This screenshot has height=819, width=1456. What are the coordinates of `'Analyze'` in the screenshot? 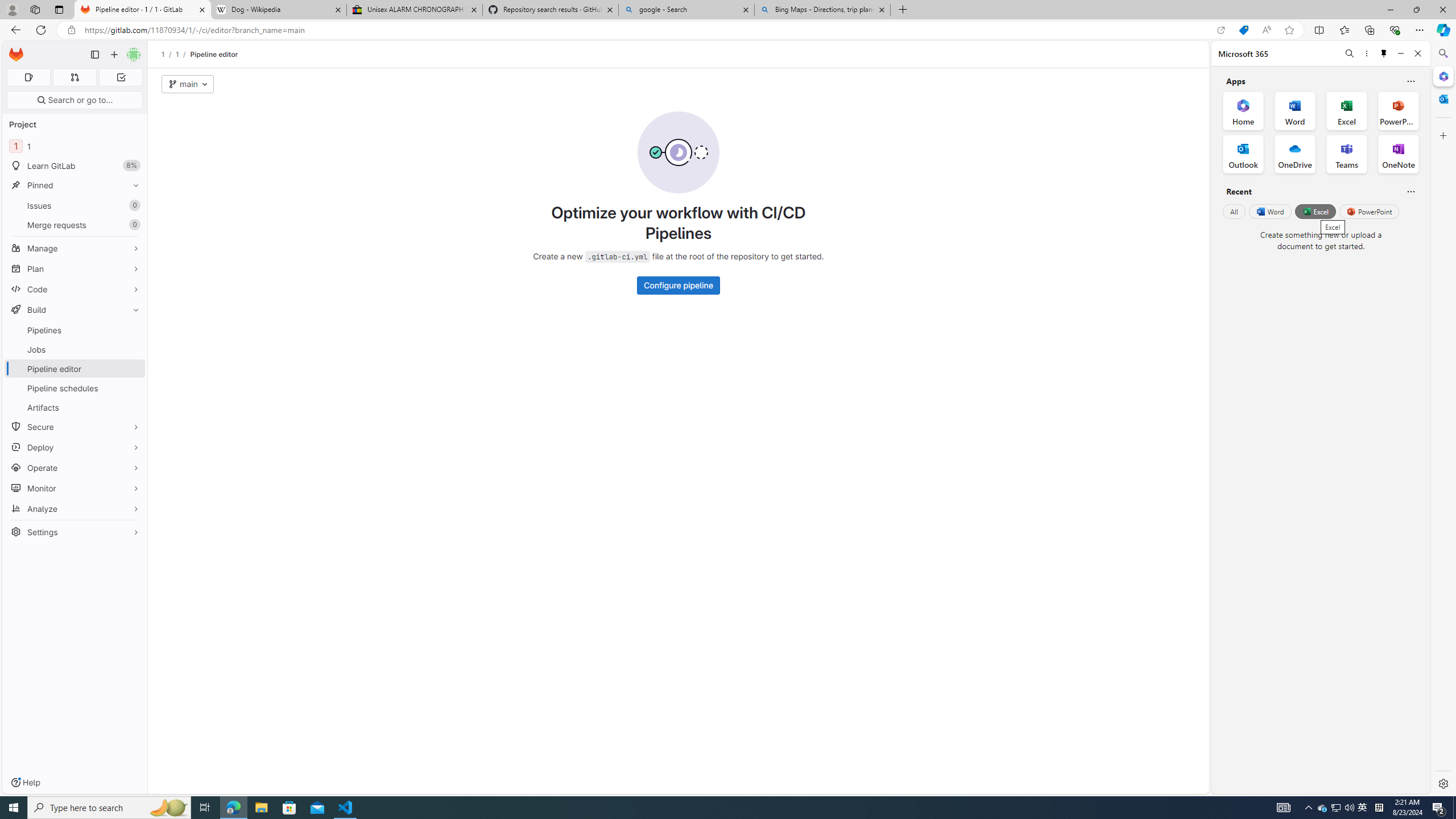 It's located at (74, 508).